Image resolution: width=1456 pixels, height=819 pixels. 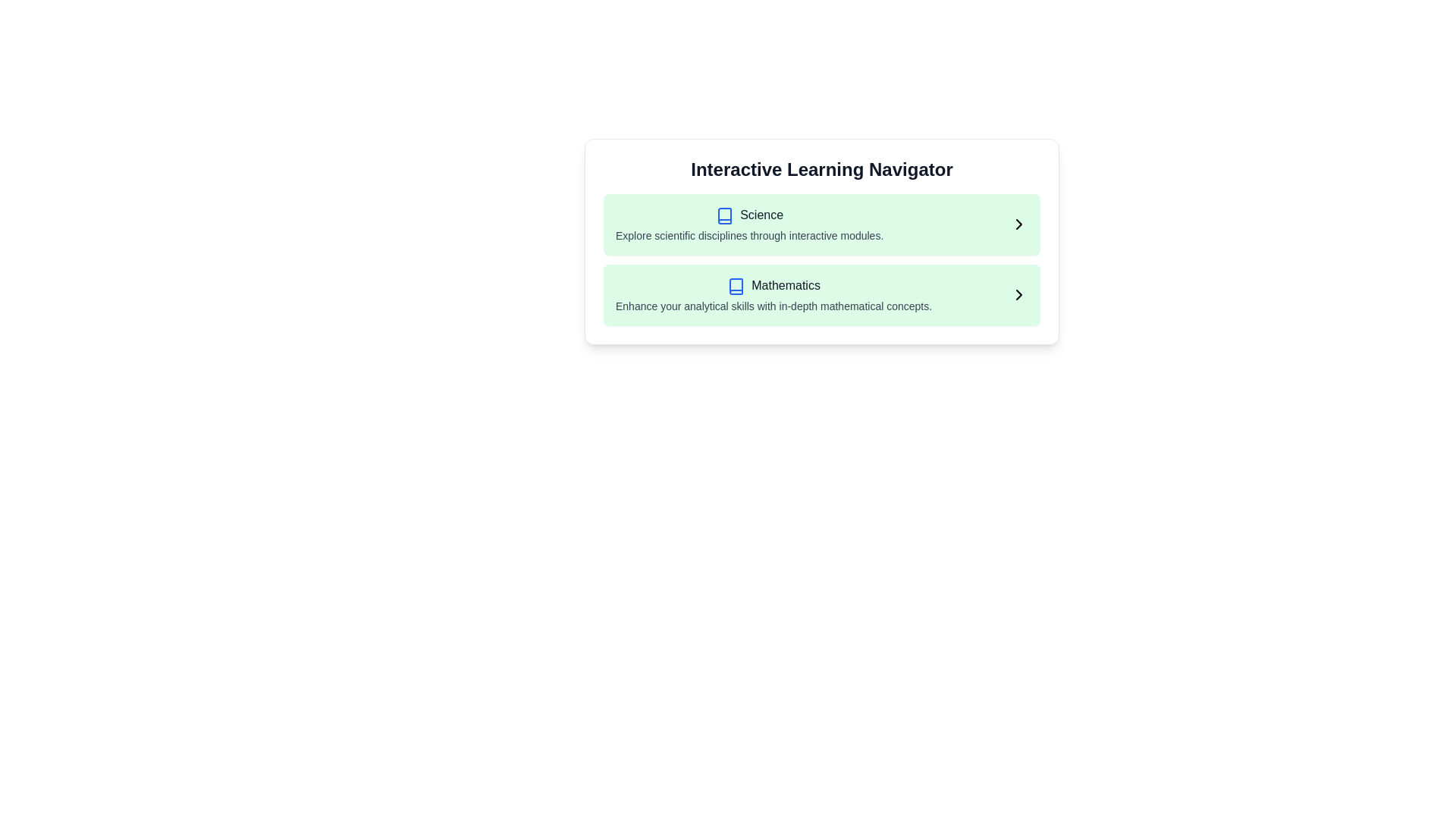 I want to click on the 'Science' topic List Item with Icon and Text, so click(x=749, y=224).